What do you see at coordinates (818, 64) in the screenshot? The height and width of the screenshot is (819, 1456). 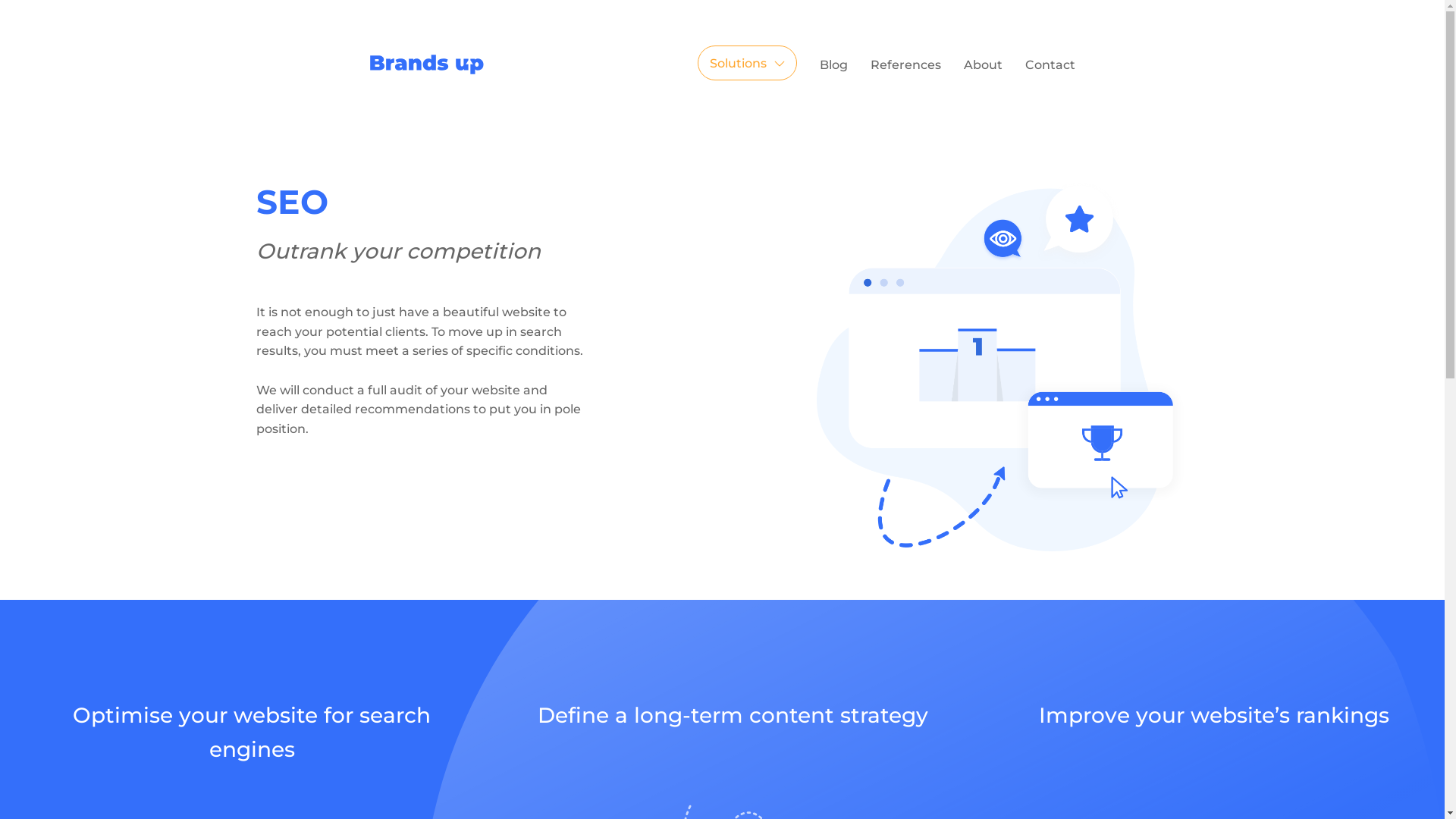 I see `'Blog'` at bounding box center [818, 64].